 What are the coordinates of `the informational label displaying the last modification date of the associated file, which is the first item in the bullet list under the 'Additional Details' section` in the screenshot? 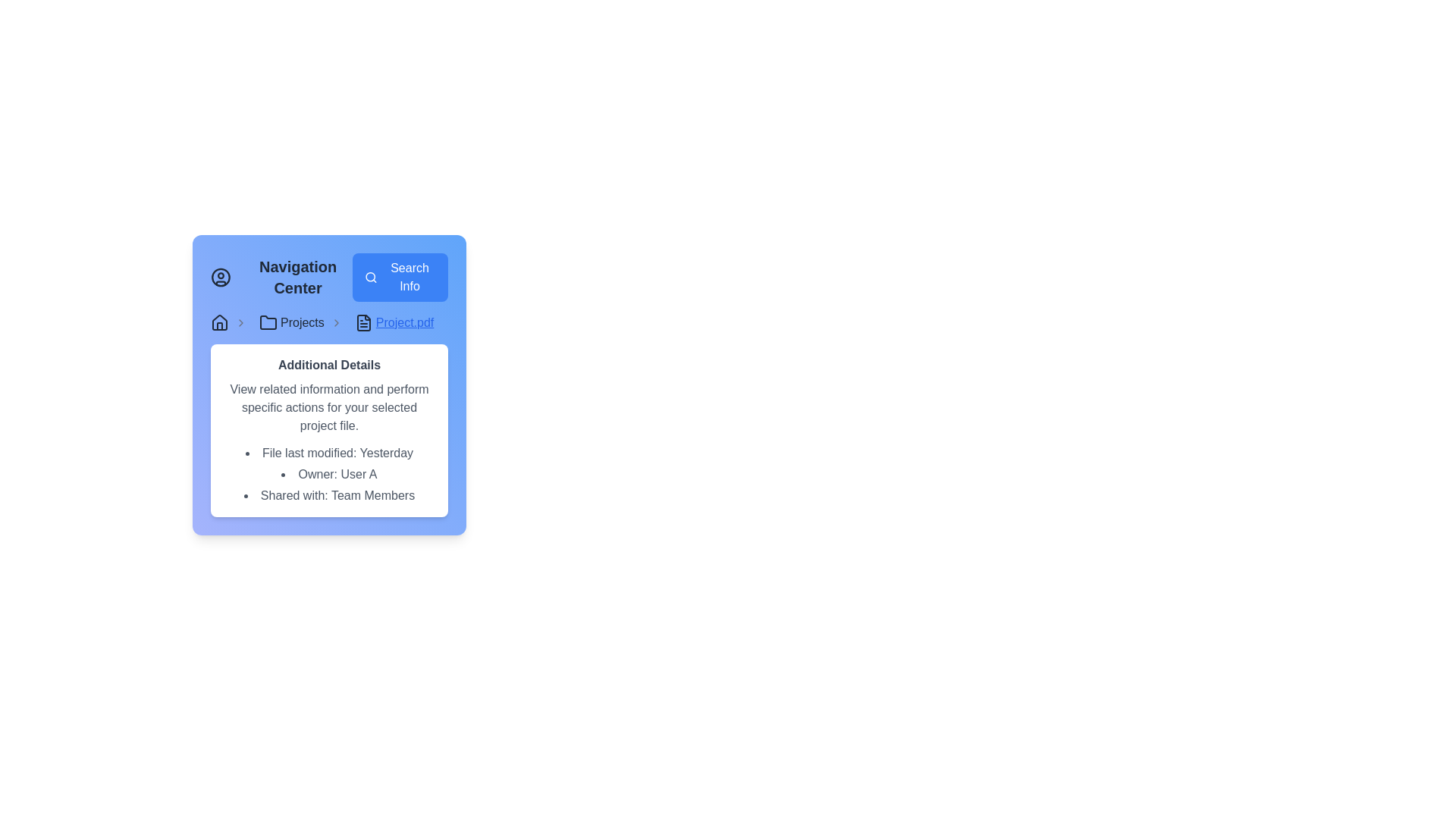 It's located at (328, 452).